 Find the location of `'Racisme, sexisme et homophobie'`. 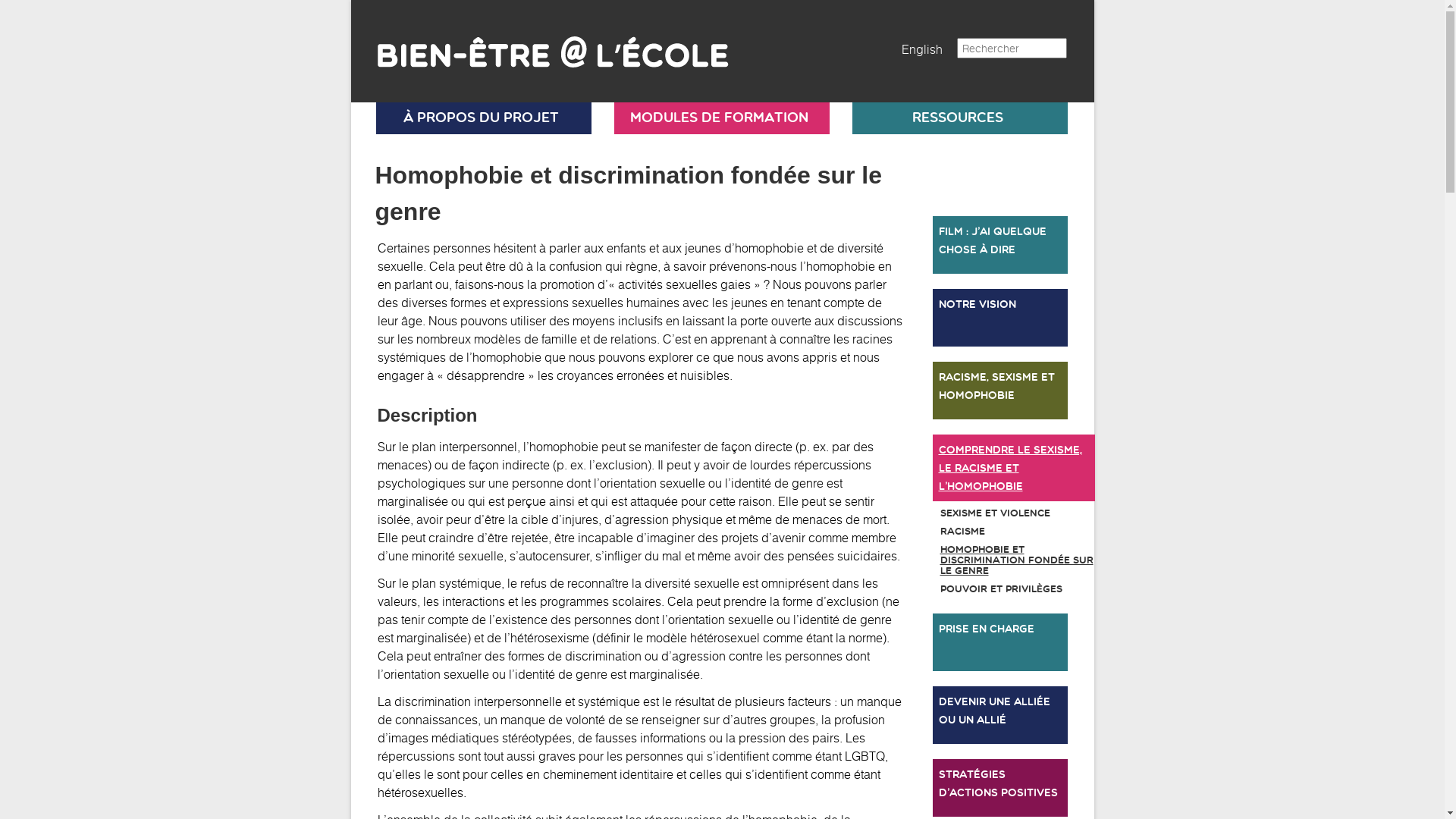

'Racisme, sexisme et homophobie' is located at coordinates (1000, 390).